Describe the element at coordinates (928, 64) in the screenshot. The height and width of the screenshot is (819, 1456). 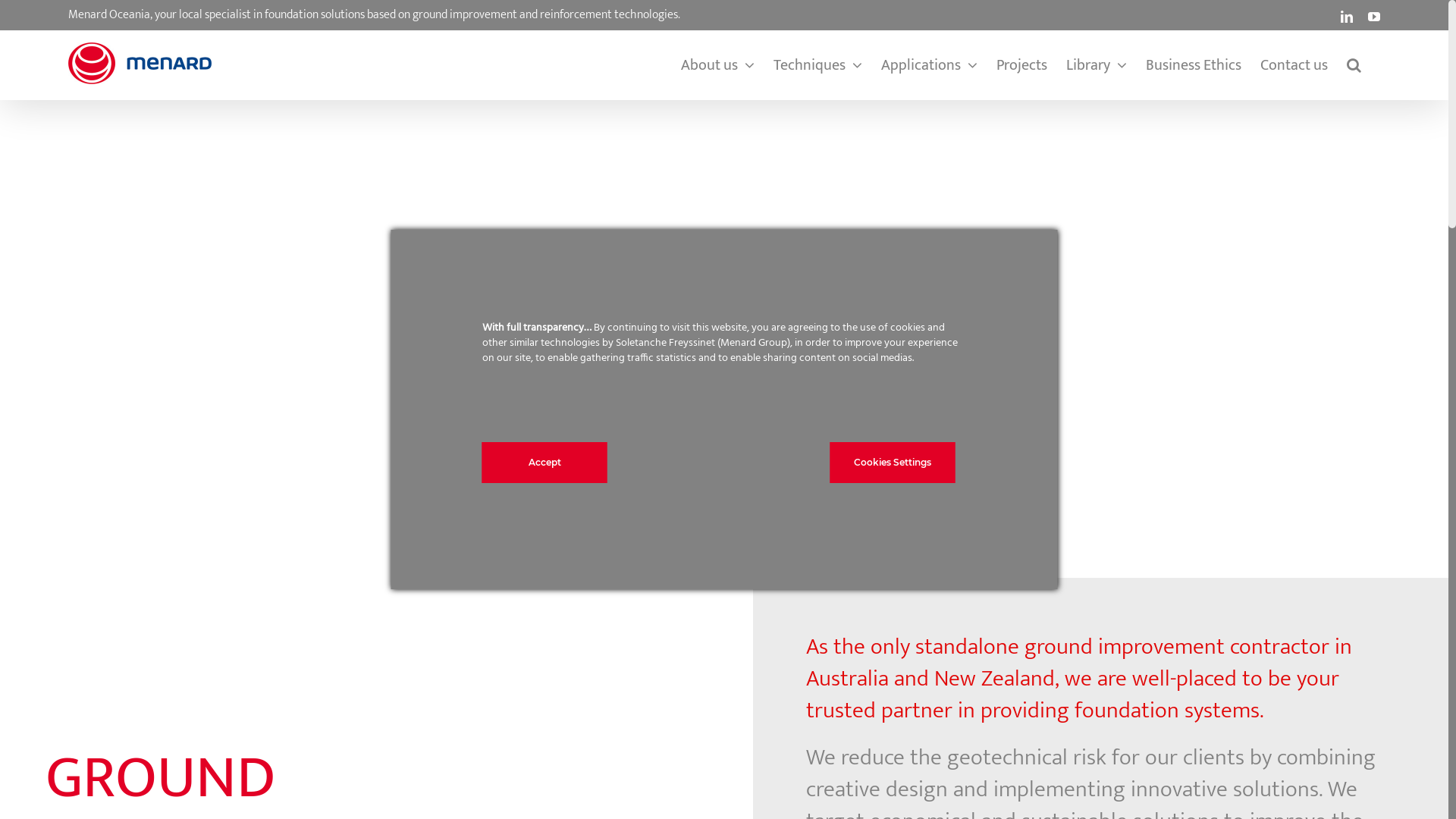
I see `'Applications'` at that location.